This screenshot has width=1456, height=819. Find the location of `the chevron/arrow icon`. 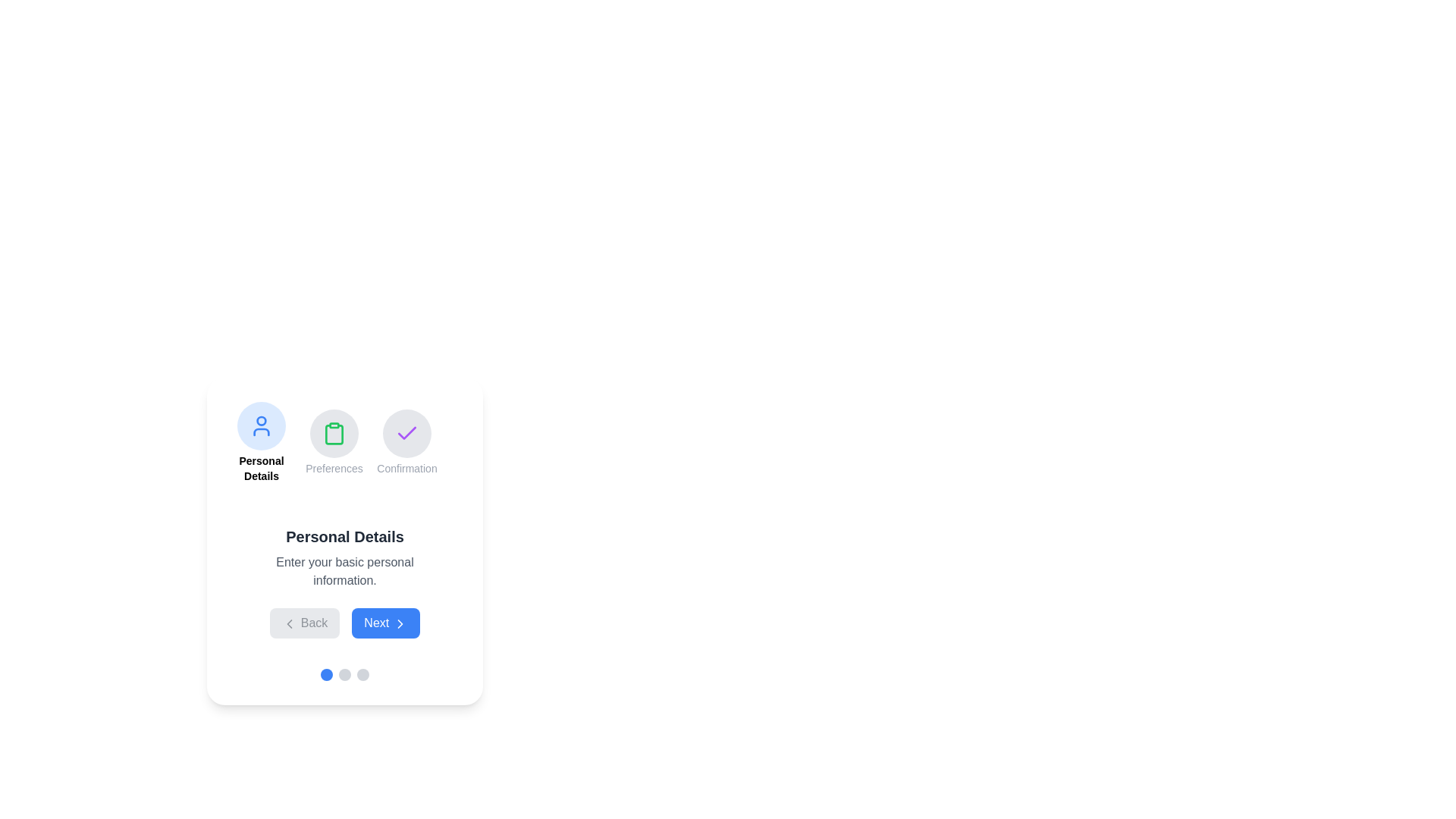

the chevron/arrow icon is located at coordinates (400, 623).